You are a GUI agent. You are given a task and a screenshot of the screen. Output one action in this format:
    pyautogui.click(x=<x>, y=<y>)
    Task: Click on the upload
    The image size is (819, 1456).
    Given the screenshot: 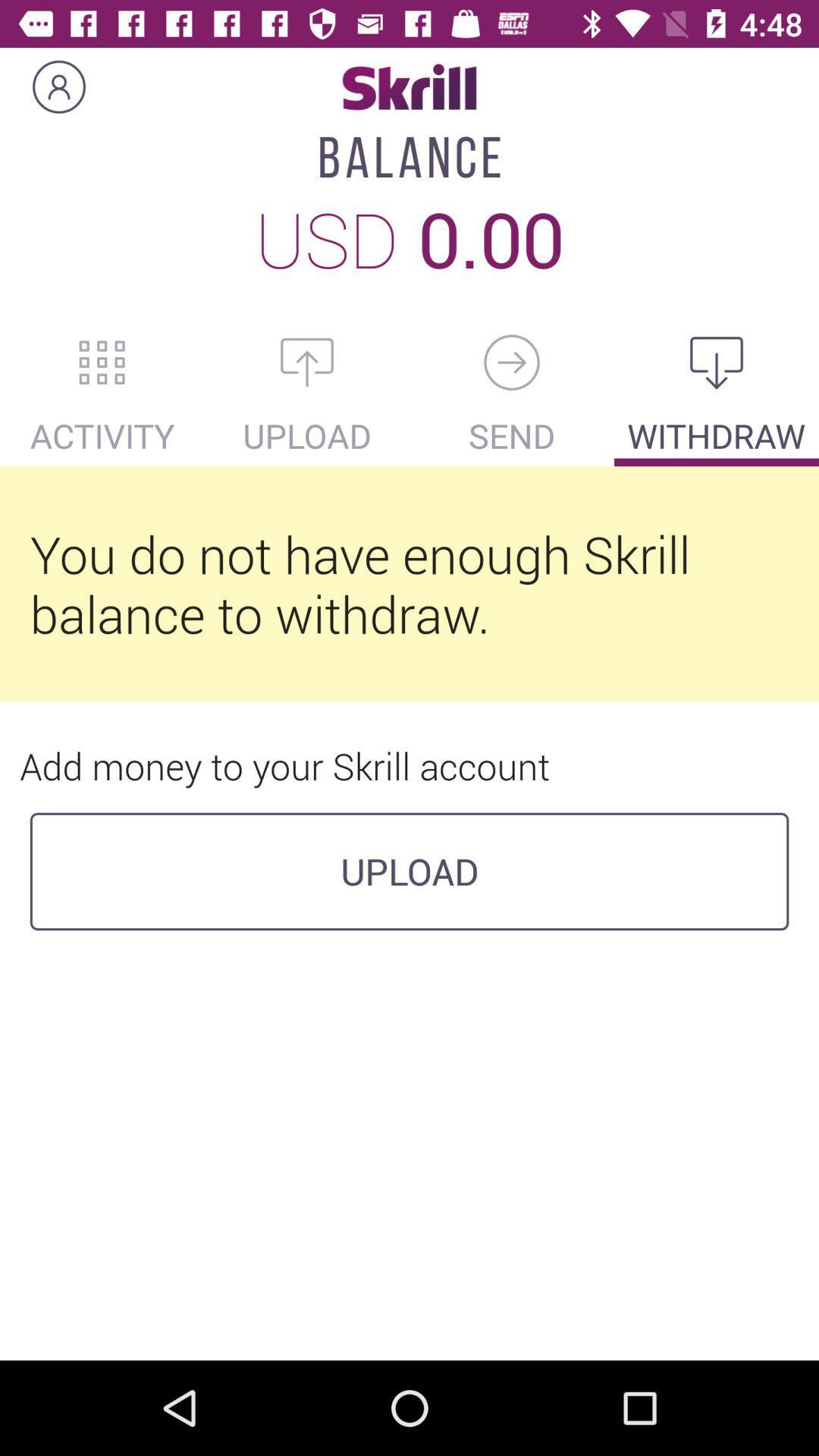 What is the action you would take?
    pyautogui.click(x=307, y=362)
    